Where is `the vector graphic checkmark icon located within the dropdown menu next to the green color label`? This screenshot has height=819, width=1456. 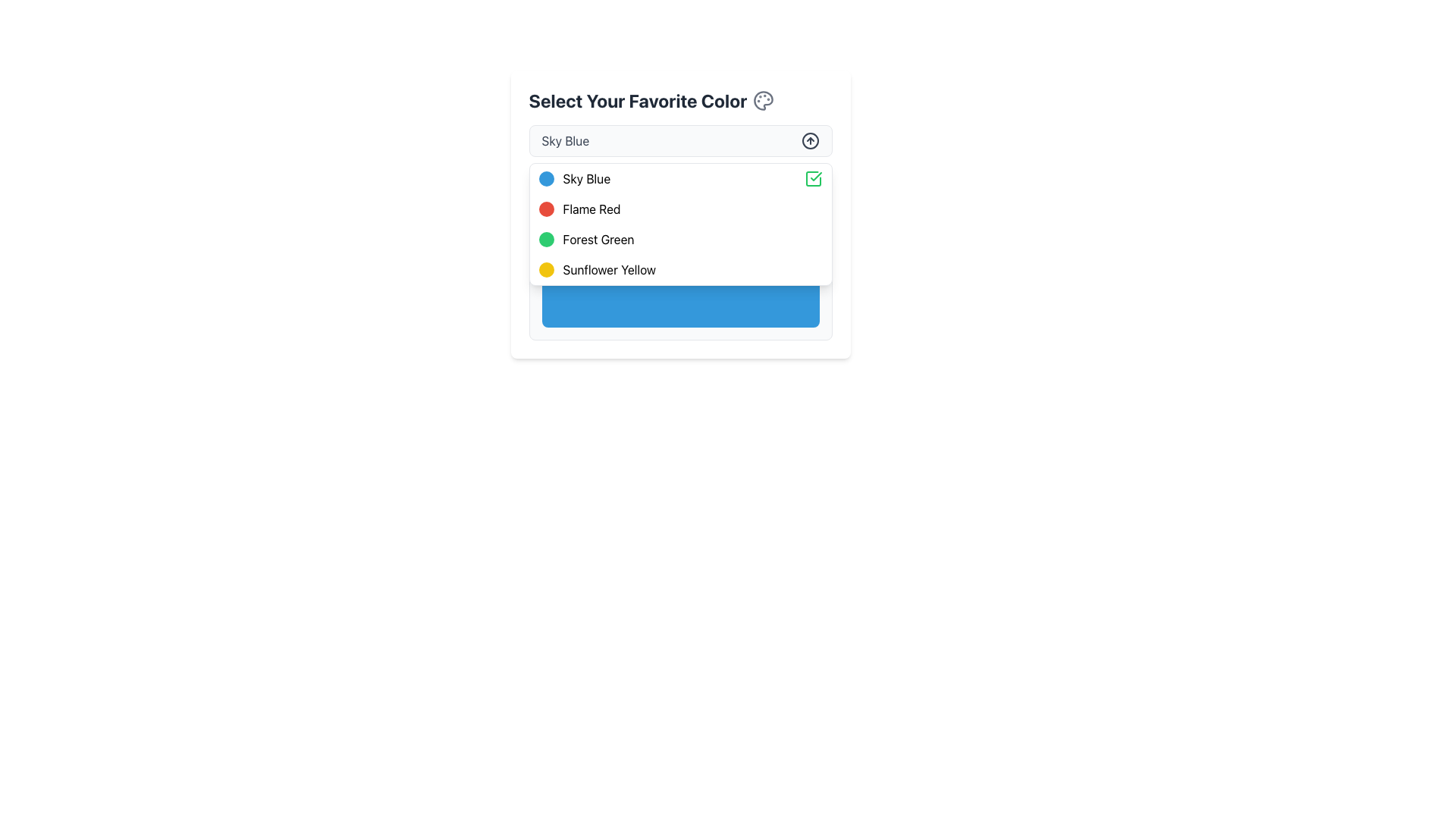
the vector graphic checkmark icon located within the dropdown menu next to the green color label is located at coordinates (814, 175).